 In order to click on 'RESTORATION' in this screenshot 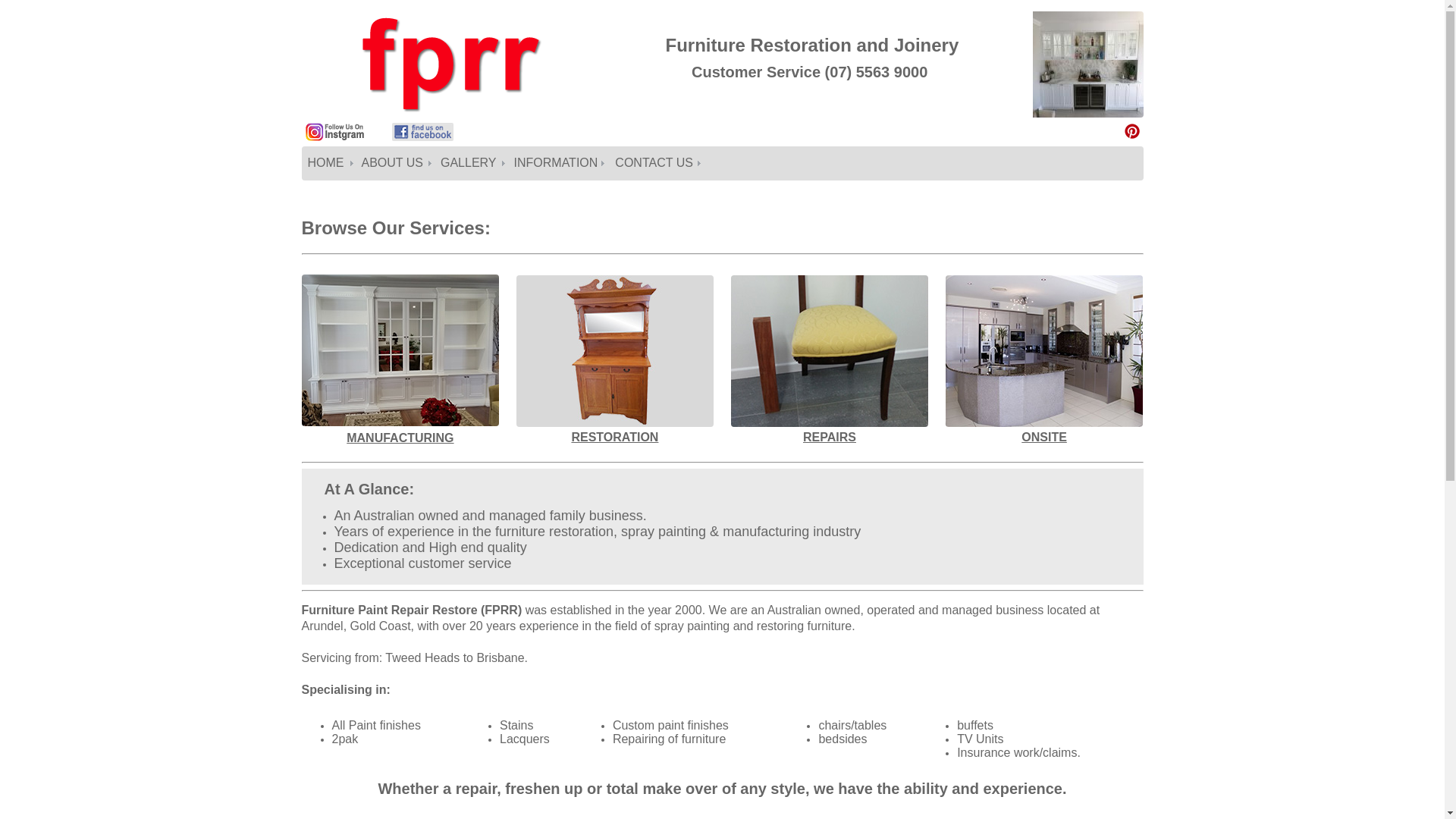, I will do `click(614, 438)`.